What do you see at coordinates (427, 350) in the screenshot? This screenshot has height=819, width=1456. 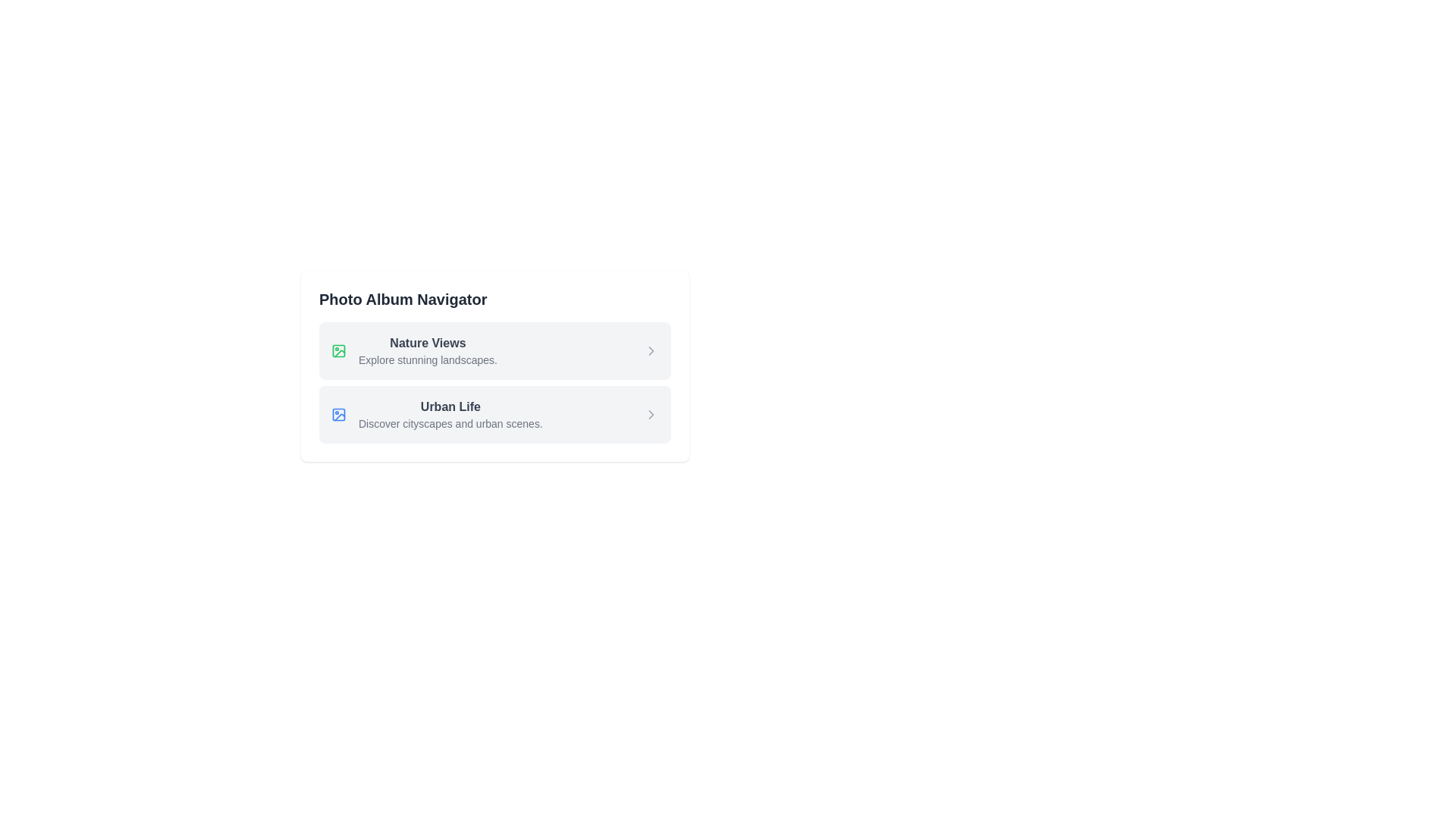 I see `the first list item titled 'Nature Views' under the 'Photo Album Navigator'` at bounding box center [427, 350].